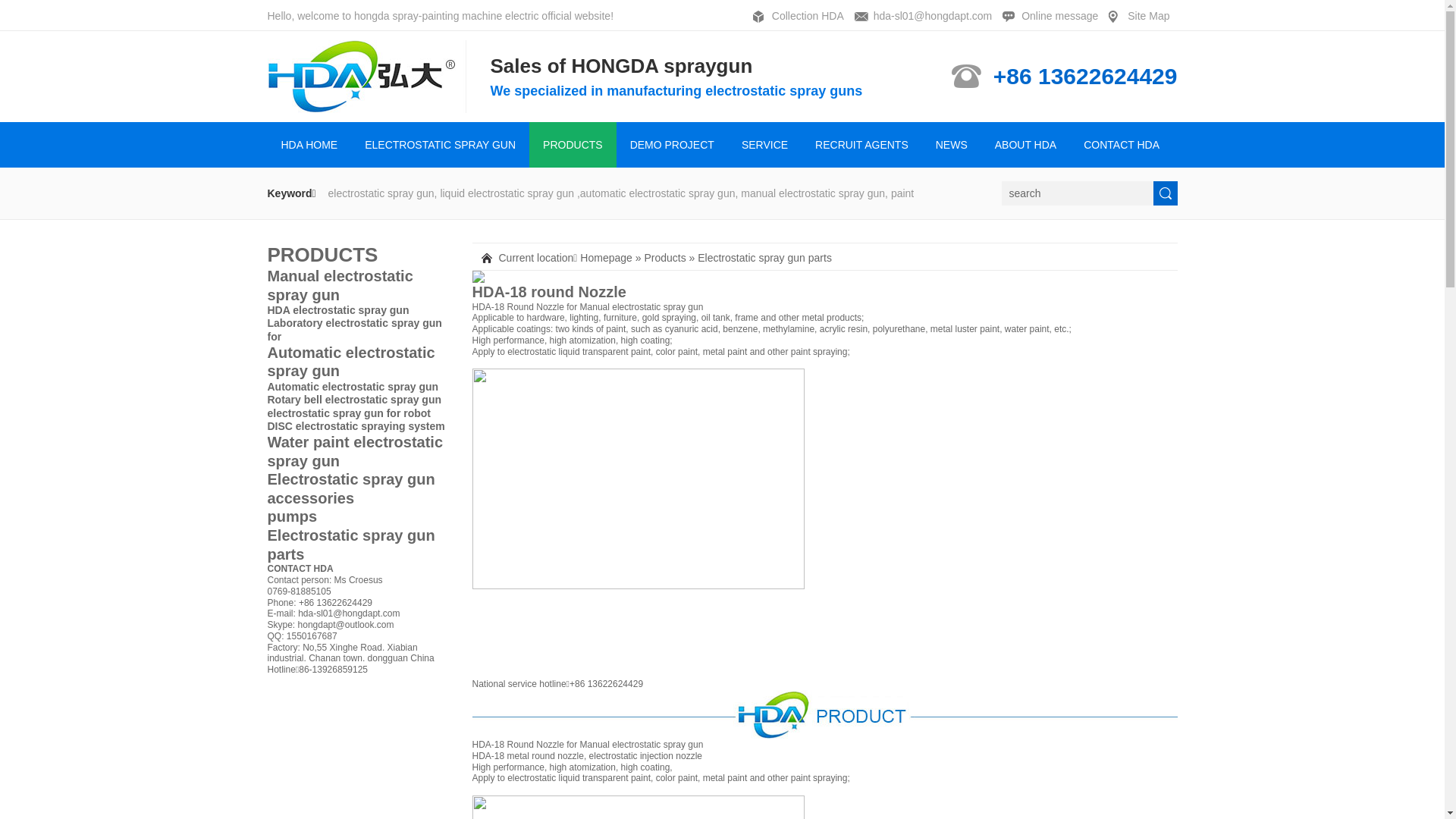 This screenshot has height=819, width=1456. I want to click on 'pumps', so click(359, 516).